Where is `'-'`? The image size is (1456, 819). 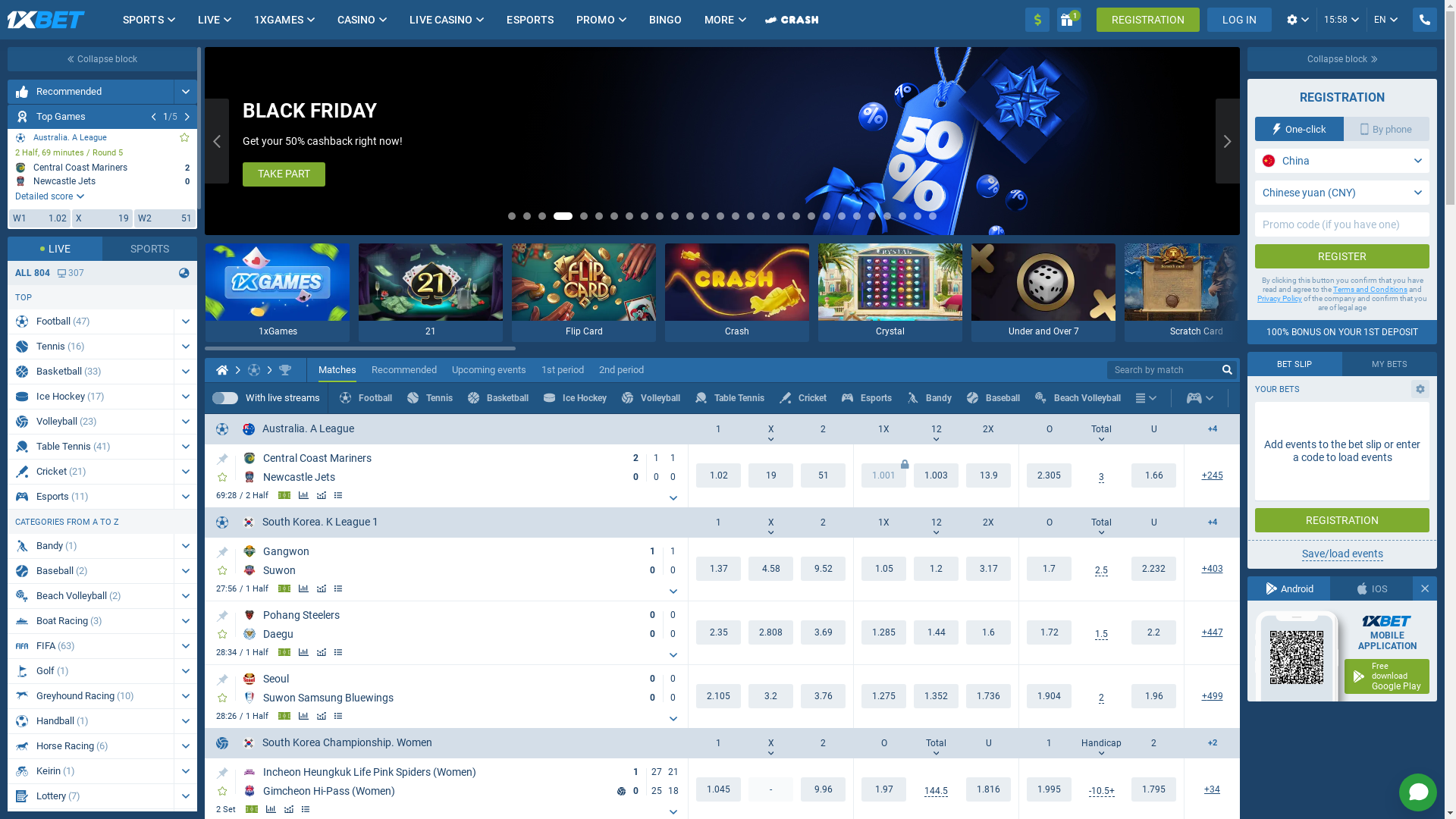 '-' is located at coordinates (770, 789).